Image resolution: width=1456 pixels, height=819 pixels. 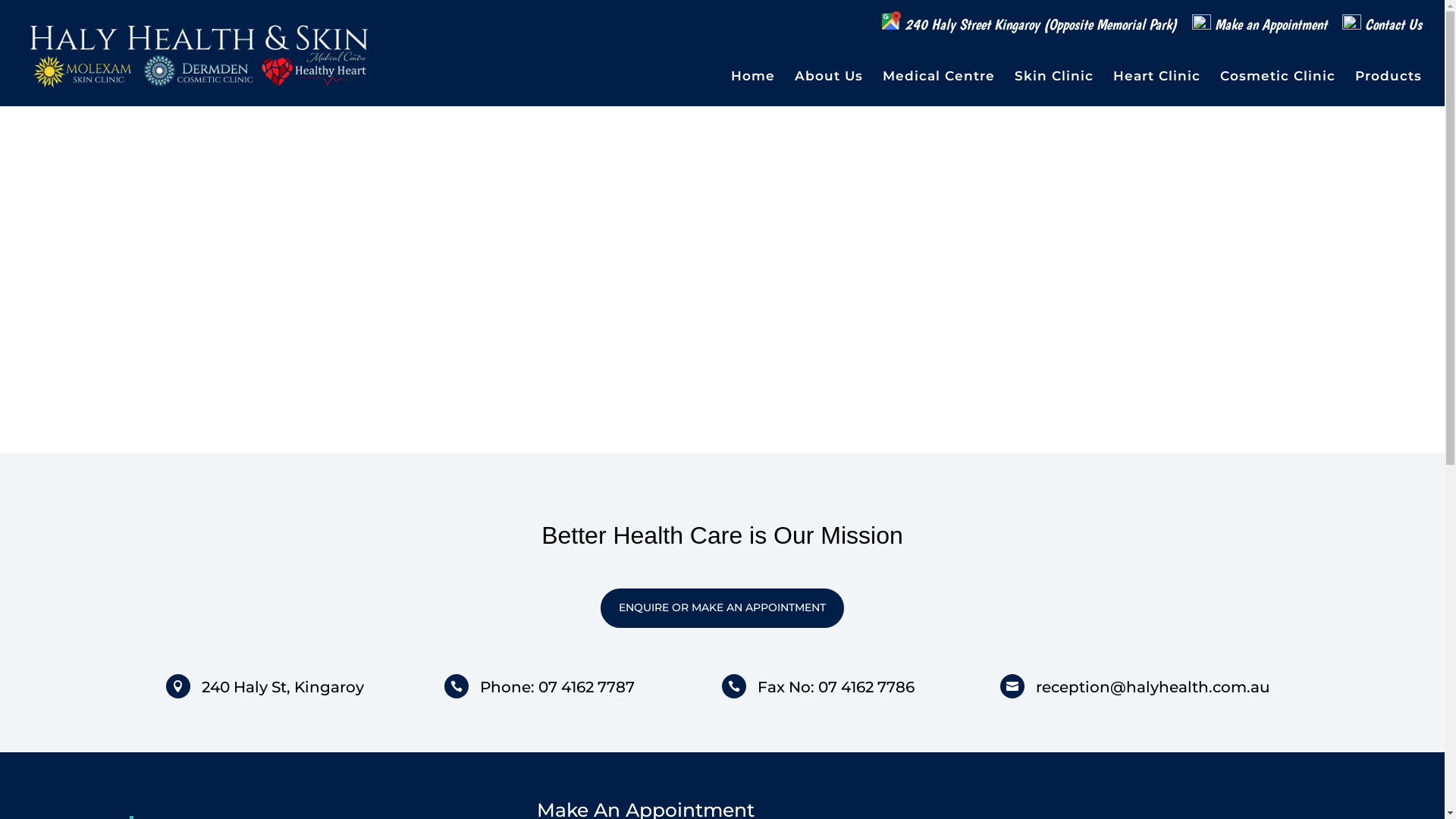 I want to click on 'Heart Clinic', so click(x=1156, y=88).